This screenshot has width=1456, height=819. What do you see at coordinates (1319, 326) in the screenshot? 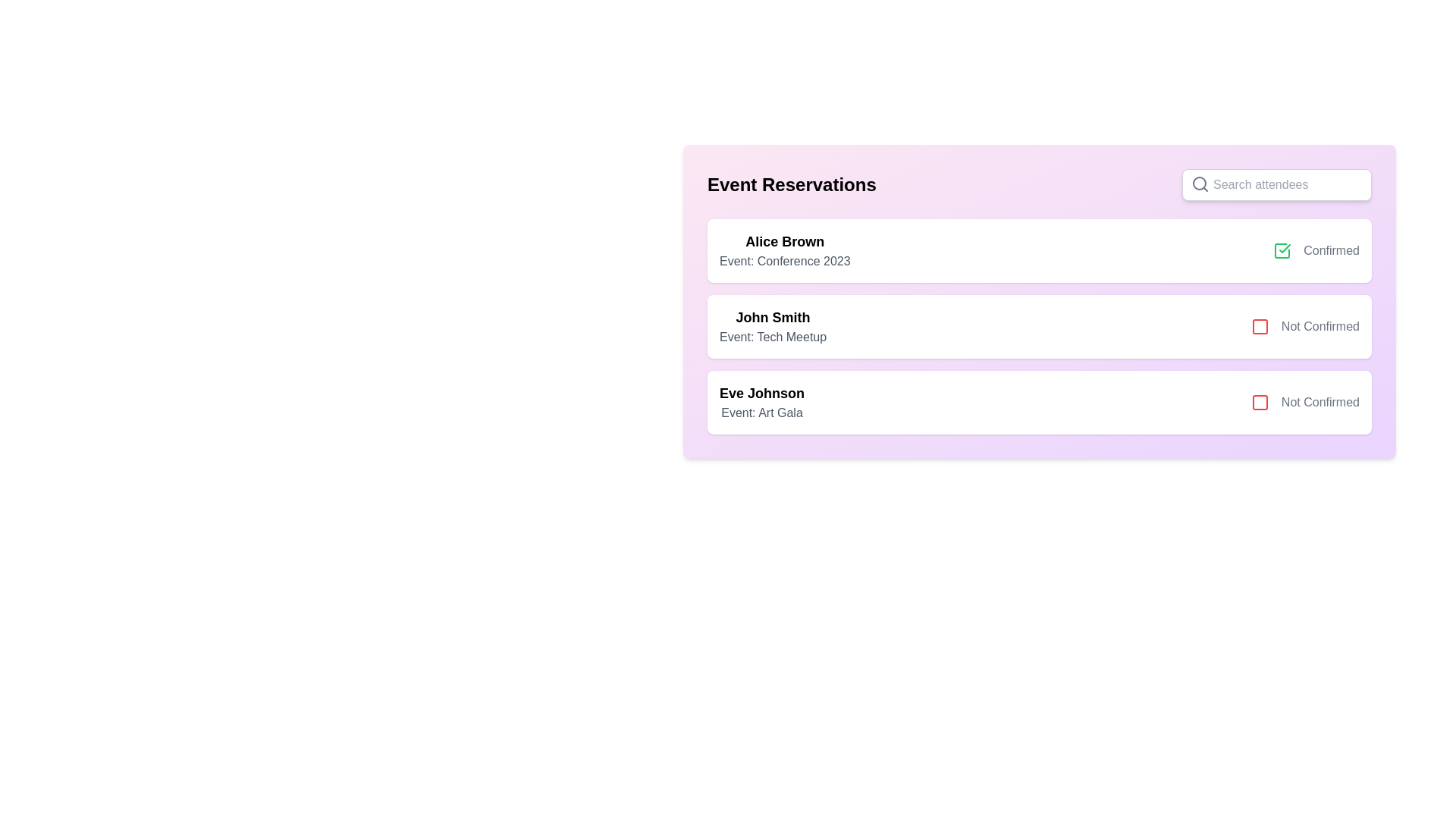
I see `the text label displaying 'Not Confirmed', which is located adjacent to a red square icon in the second item of a vertical list` at bounding box center [1319, 326].